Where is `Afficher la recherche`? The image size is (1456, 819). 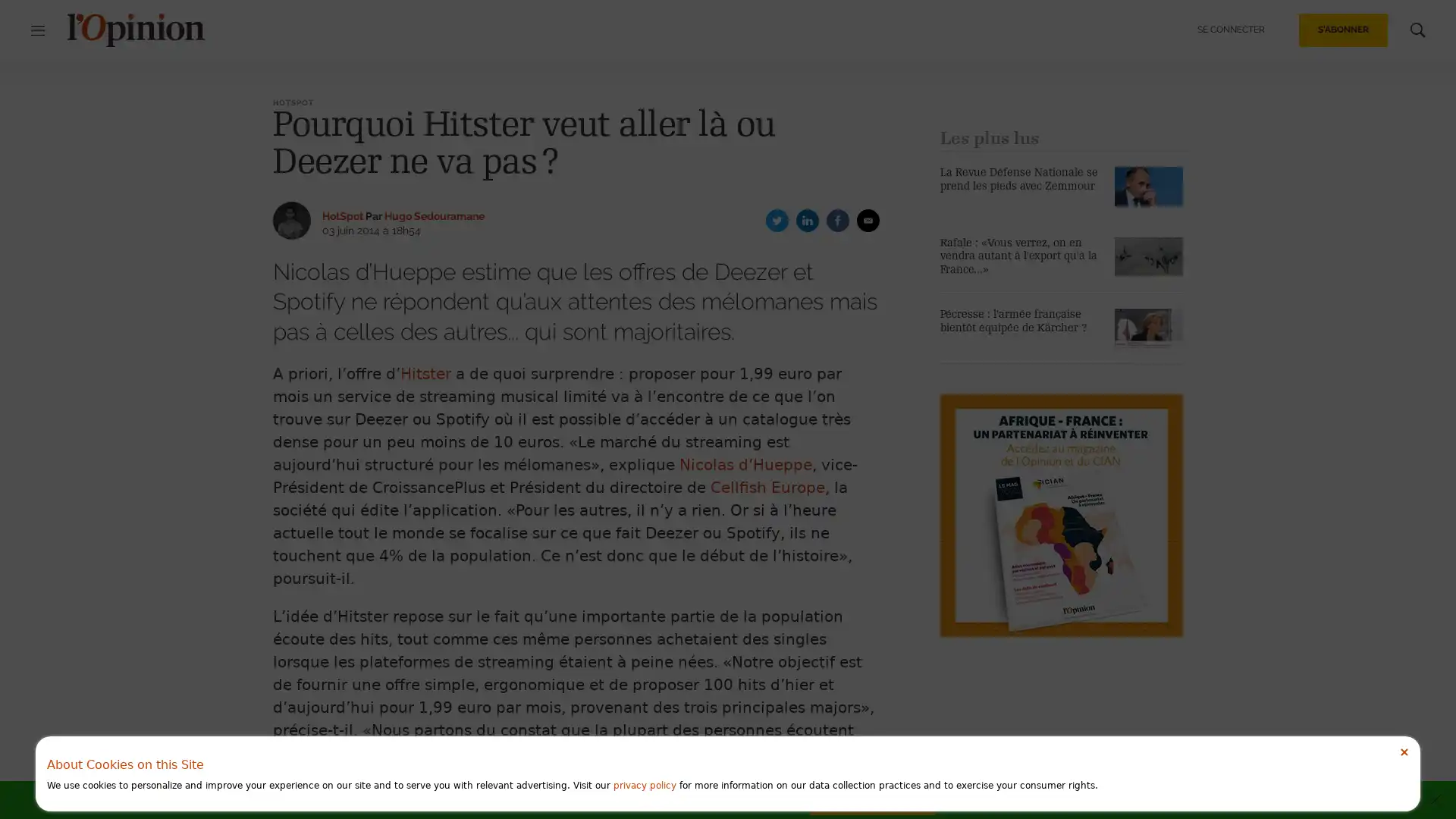 Afficher la recherche is located at coordinates (1410, 30).